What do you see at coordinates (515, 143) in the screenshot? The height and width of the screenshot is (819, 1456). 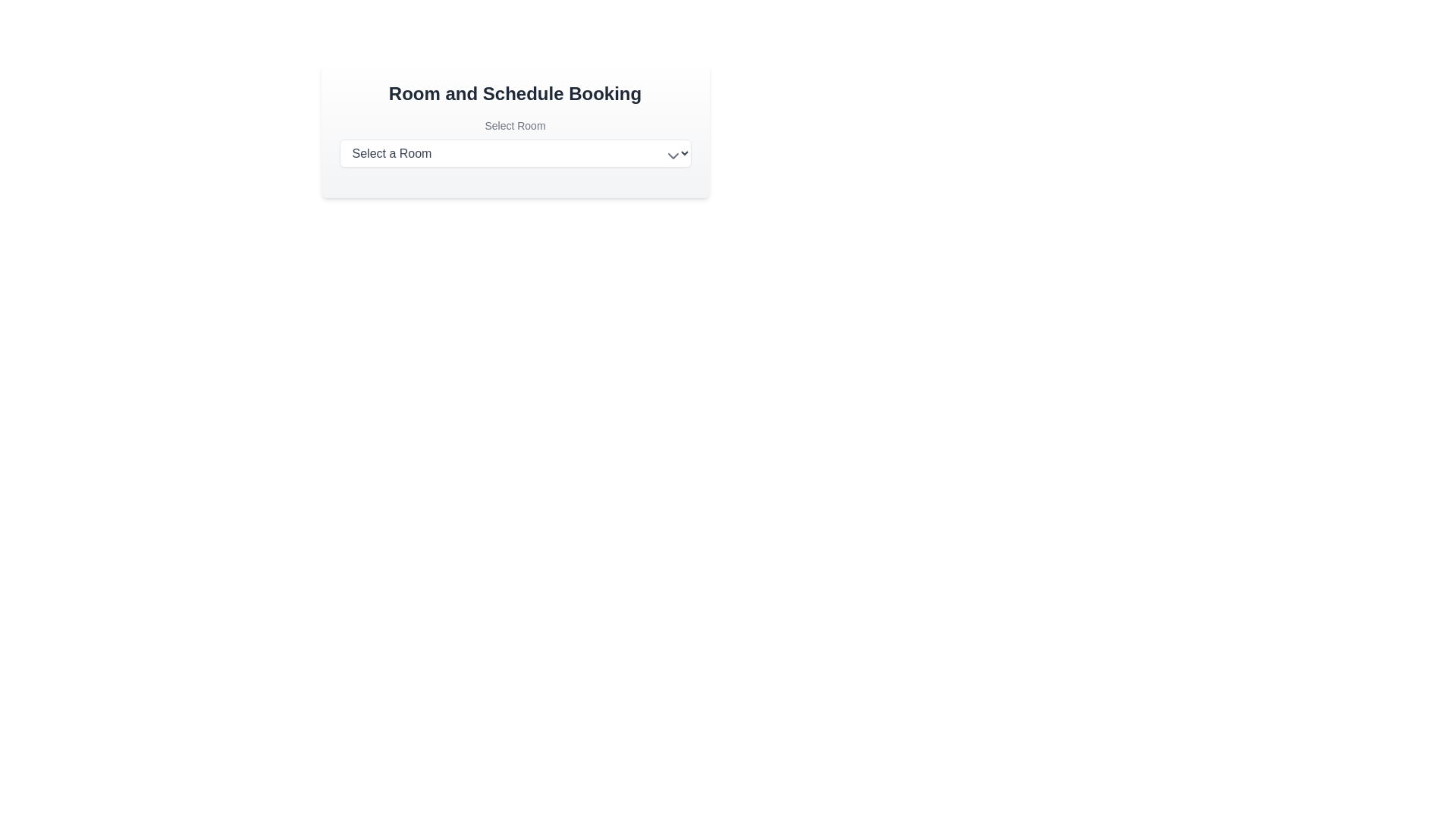 I see `the 'Select Room' dropdown input field to indicate selection` at bounding box center [515, 143].